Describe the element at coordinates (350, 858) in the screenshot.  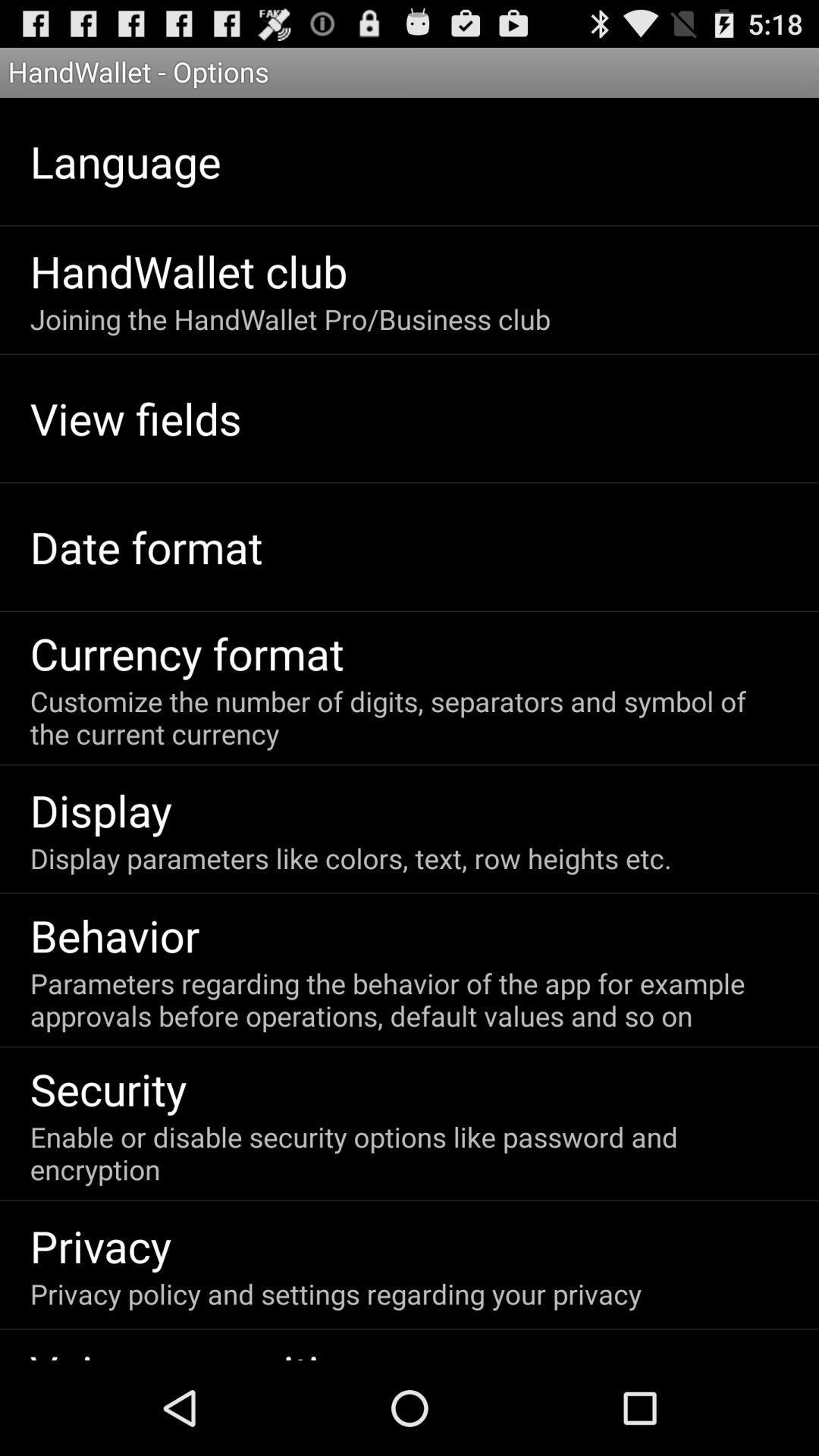
I see `display parameters like icon` at that location.